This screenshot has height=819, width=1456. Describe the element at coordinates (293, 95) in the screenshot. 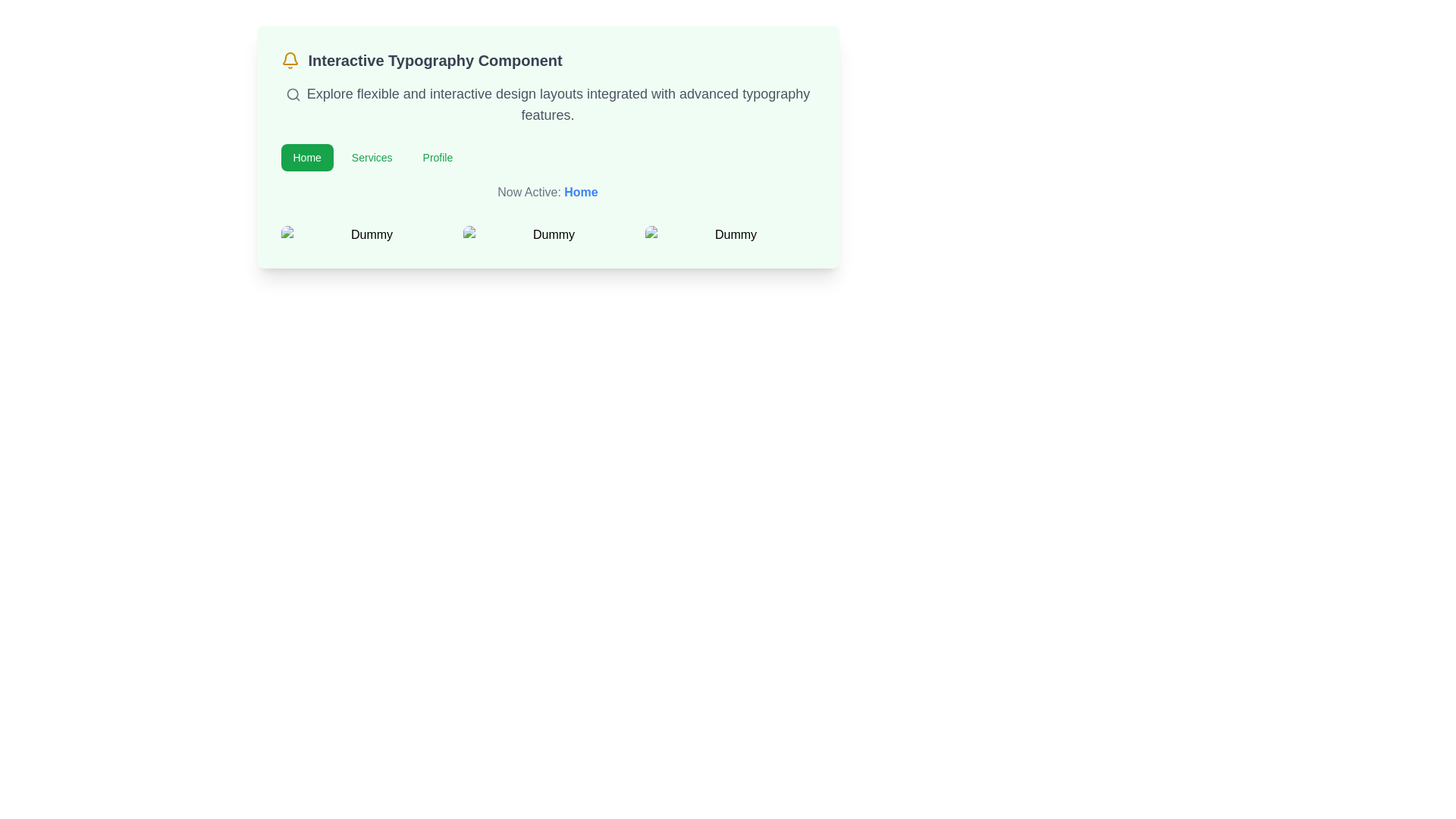

I see `the search or magnification icon located to the left of the text block that reads 'Explore flexible and interactive design layouts integrated with advanced typography features.'` at that location.